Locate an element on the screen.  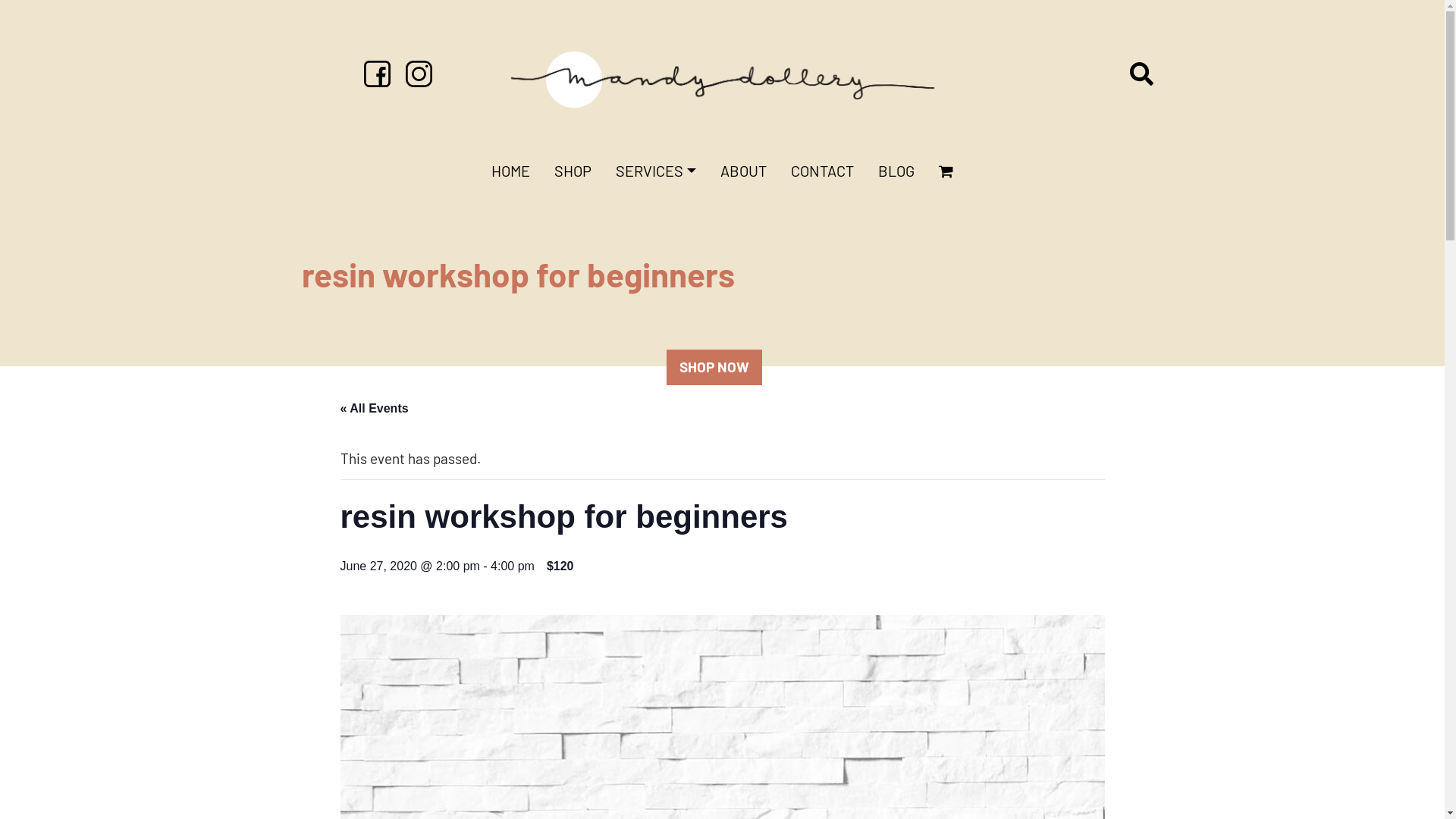
'SHOP' is located at coordinates (572, 170).